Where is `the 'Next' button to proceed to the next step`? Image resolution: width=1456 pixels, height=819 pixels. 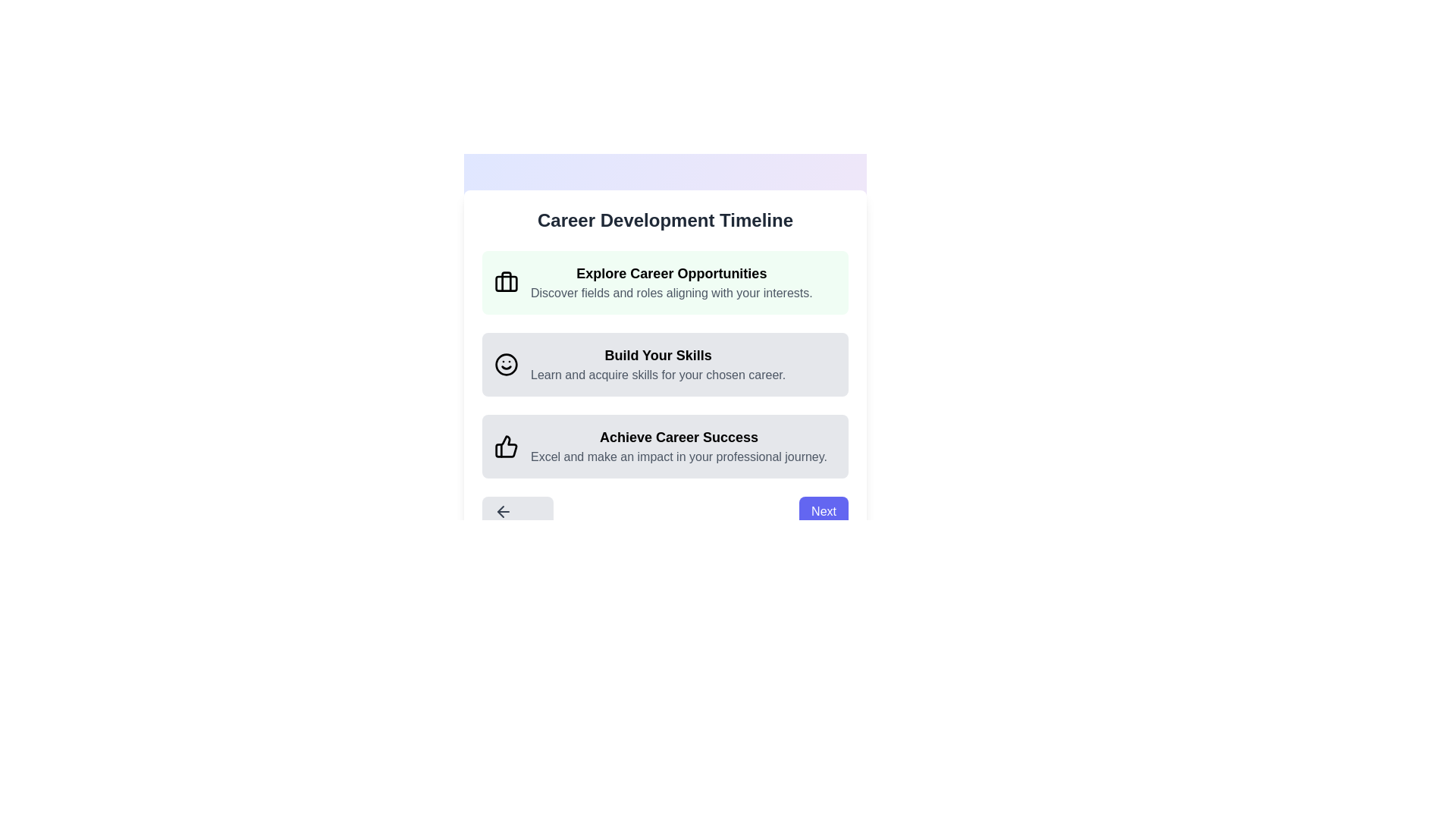
the 'Next' button to proceed to the next step is located at coordinates (822, 519).